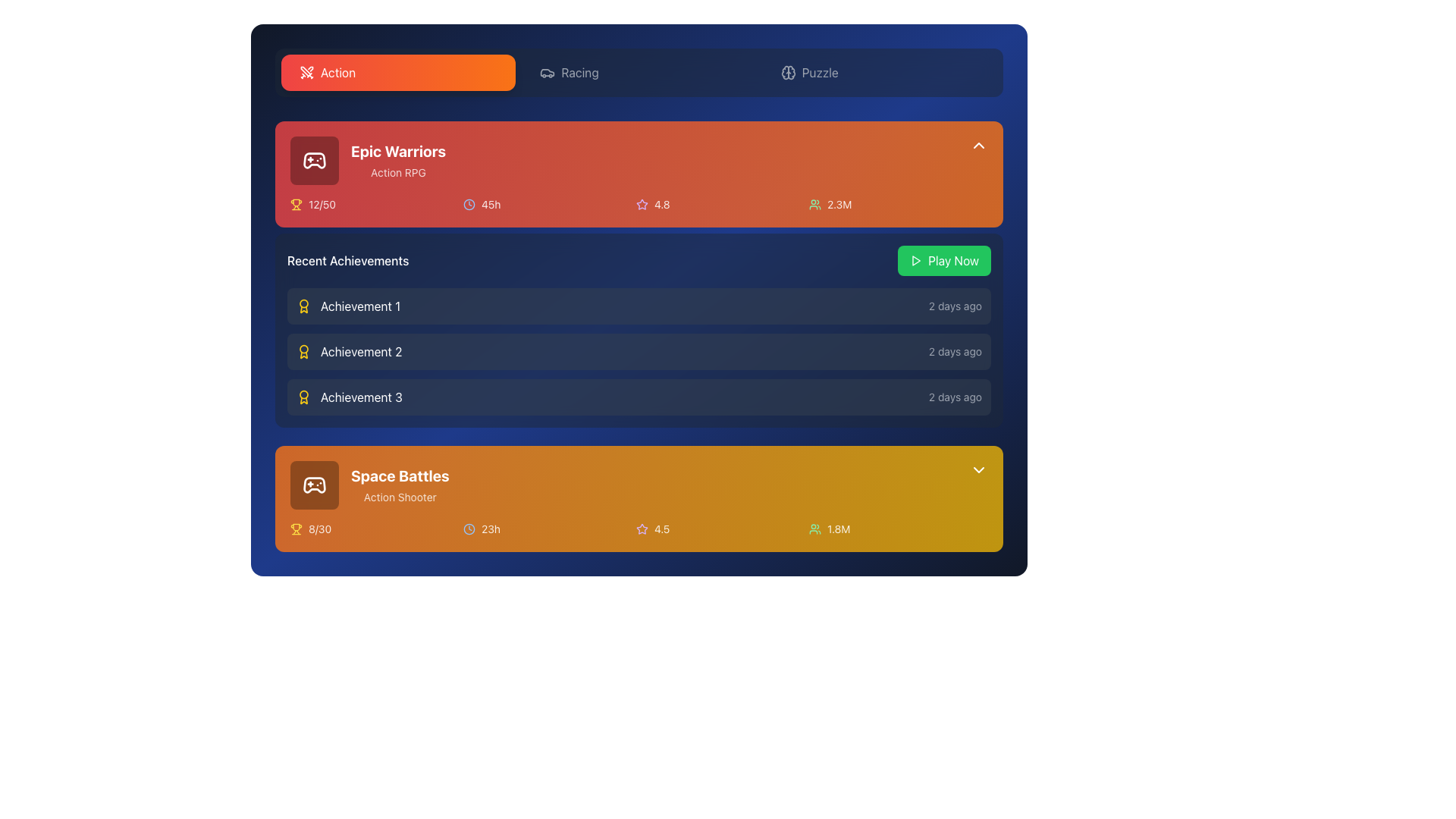 The image size is (1456, 819). Describe the element at coordinates (303, 306) in the screenshot. I see `the Decorative icon styled as a medal or award symbol, which has a yellow outline and is located at the top-left of the 'Achievement 1' entry in the 'Recent Achievements' section` at that location.